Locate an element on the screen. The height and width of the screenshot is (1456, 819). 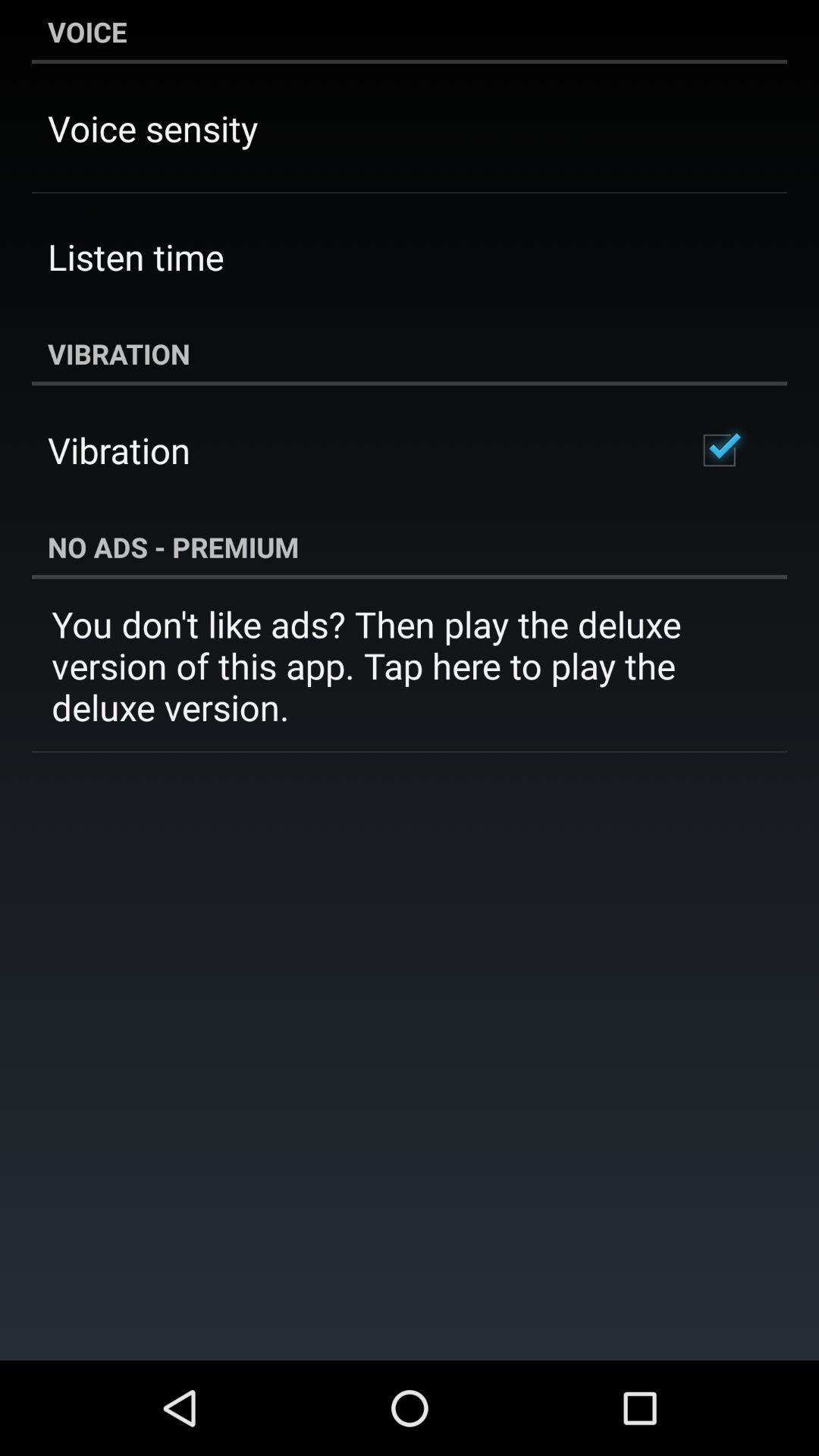
app above vibration app is located at coordinates (135, 256).